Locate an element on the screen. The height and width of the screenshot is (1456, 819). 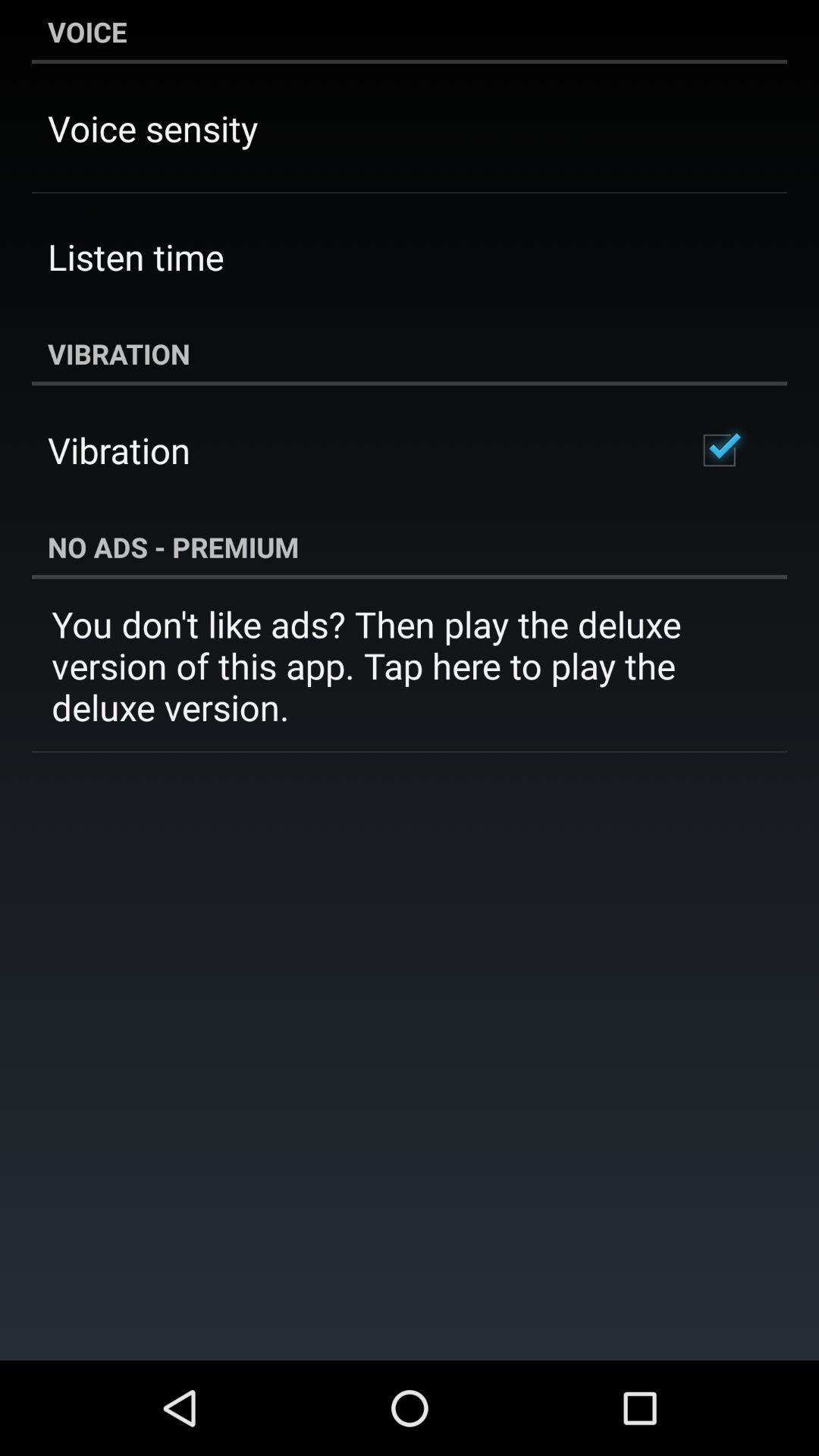
app above vibration app is located at coordinates (135, 256).